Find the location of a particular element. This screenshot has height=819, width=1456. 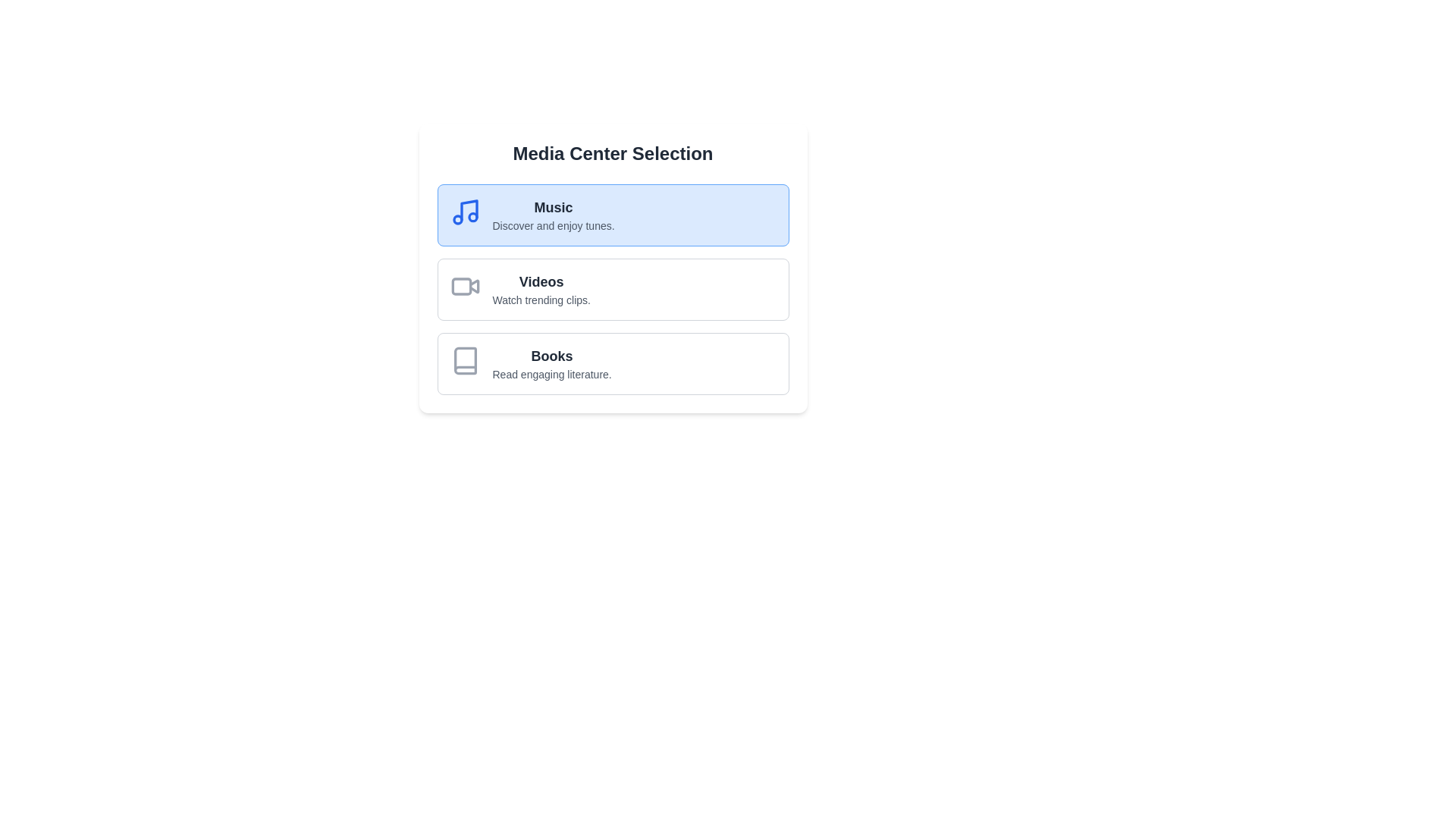

the small blue and white circular graphical element within the music note icon, which is positioned towards the bottom left of the icon is located at coordinates (457, 219).